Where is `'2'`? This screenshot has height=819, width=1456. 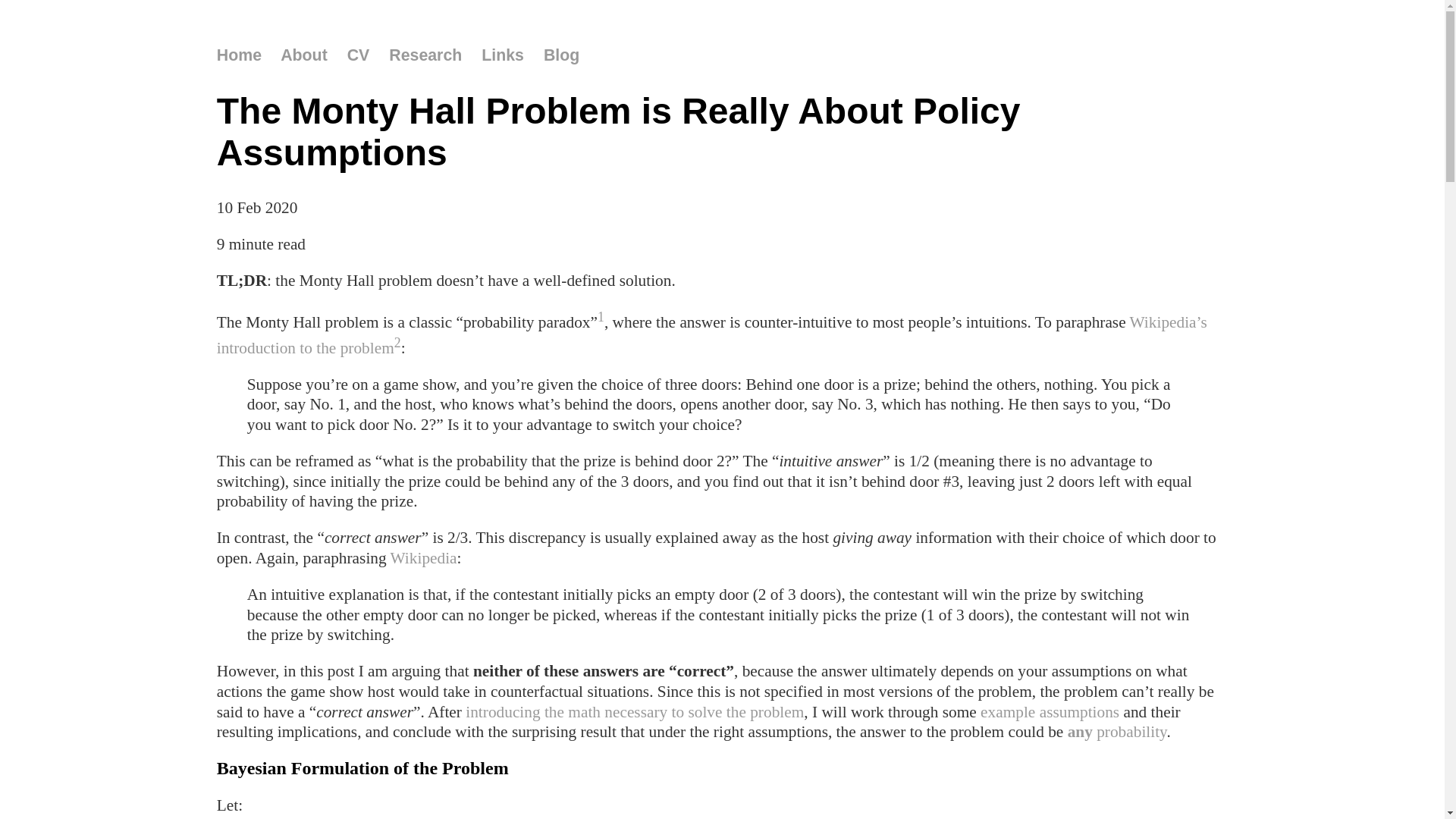
'2' is located at coordinates (397, 342).